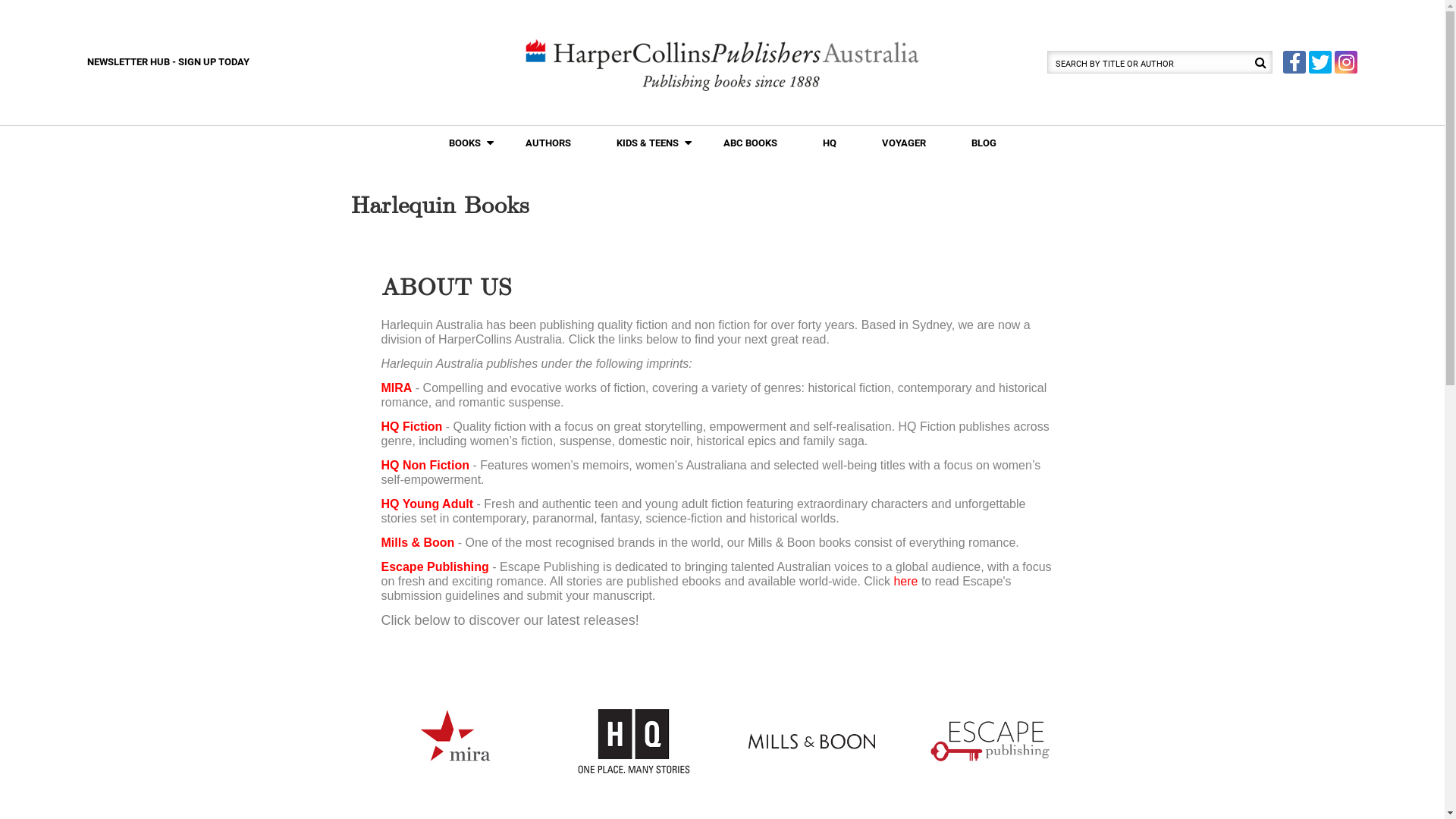 The width and height of the screenshot is (1456, 819). I want to click on 'MIRA ', so click(381, 387).